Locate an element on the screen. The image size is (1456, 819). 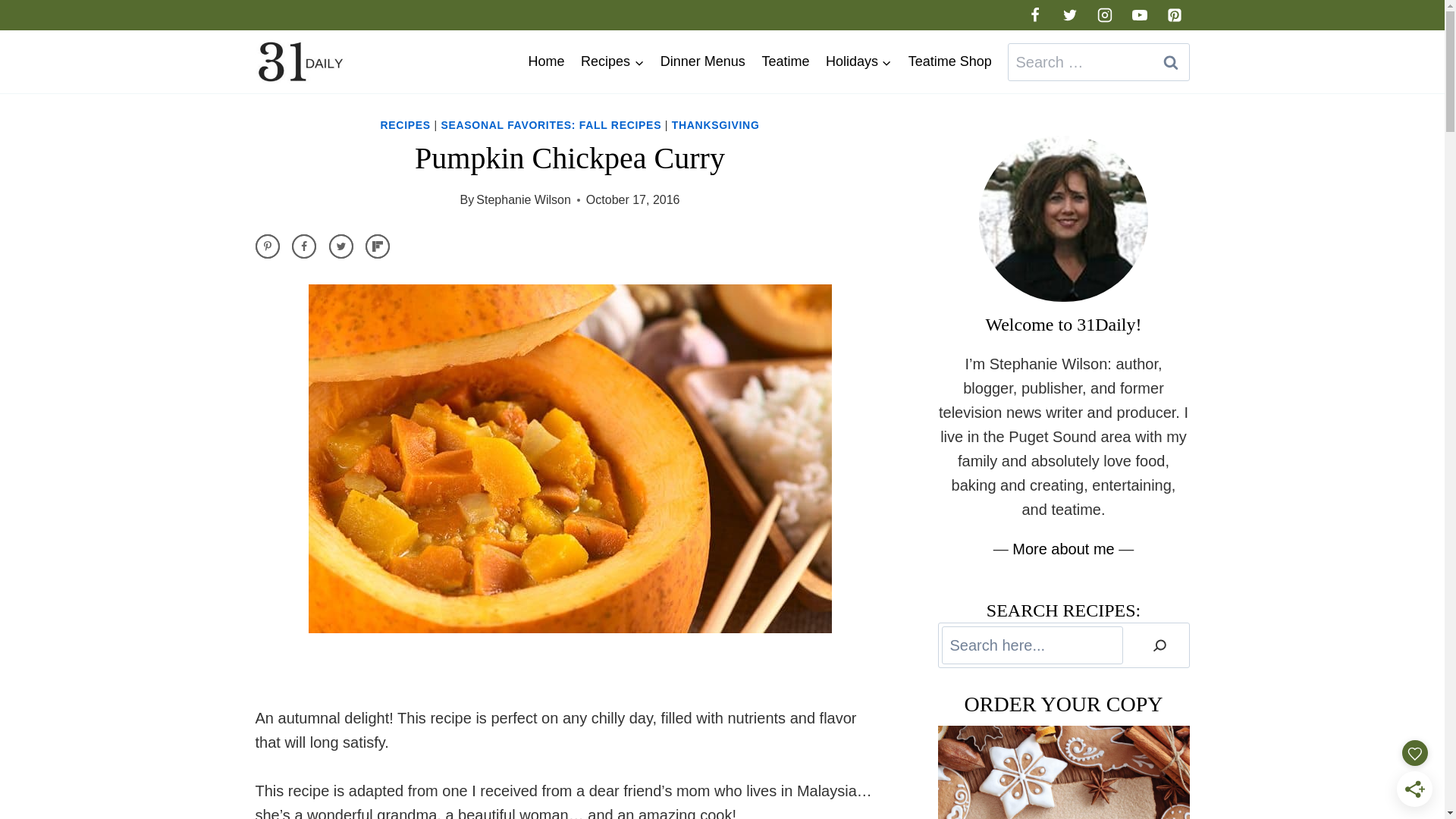
'Save to Pinterest' is located at coordinates (266, 245).